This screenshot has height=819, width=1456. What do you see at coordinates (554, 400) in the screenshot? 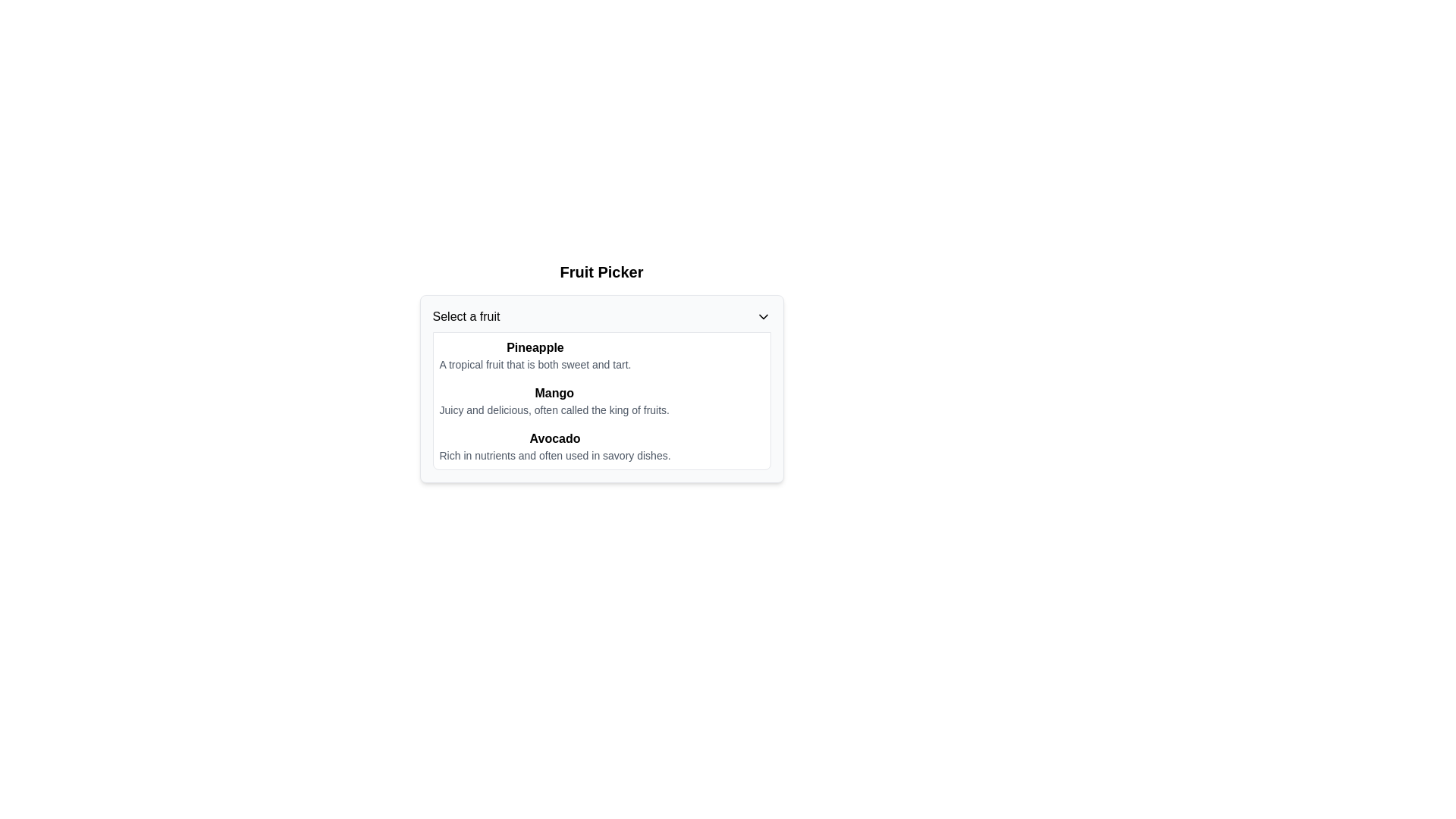
I see `text item representing 'Mango' in the fruit selection dropdown, which is located in the center column, below 'Pineapple' and above 'Avocado'` at bounding box center [554, 400].